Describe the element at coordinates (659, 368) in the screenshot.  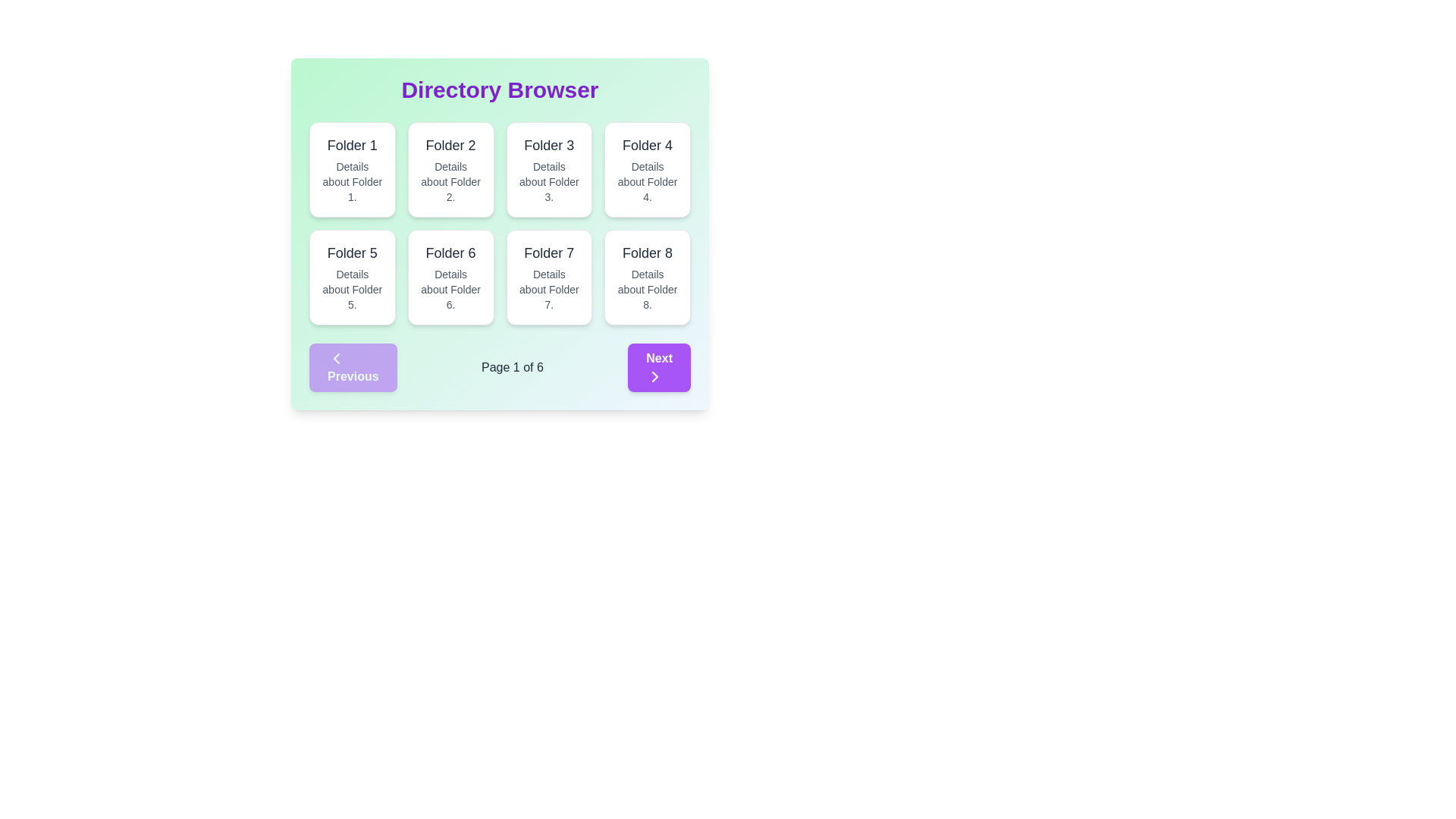
I see `the rectangular 'Next' button with bold white text and a purple background` at that location.